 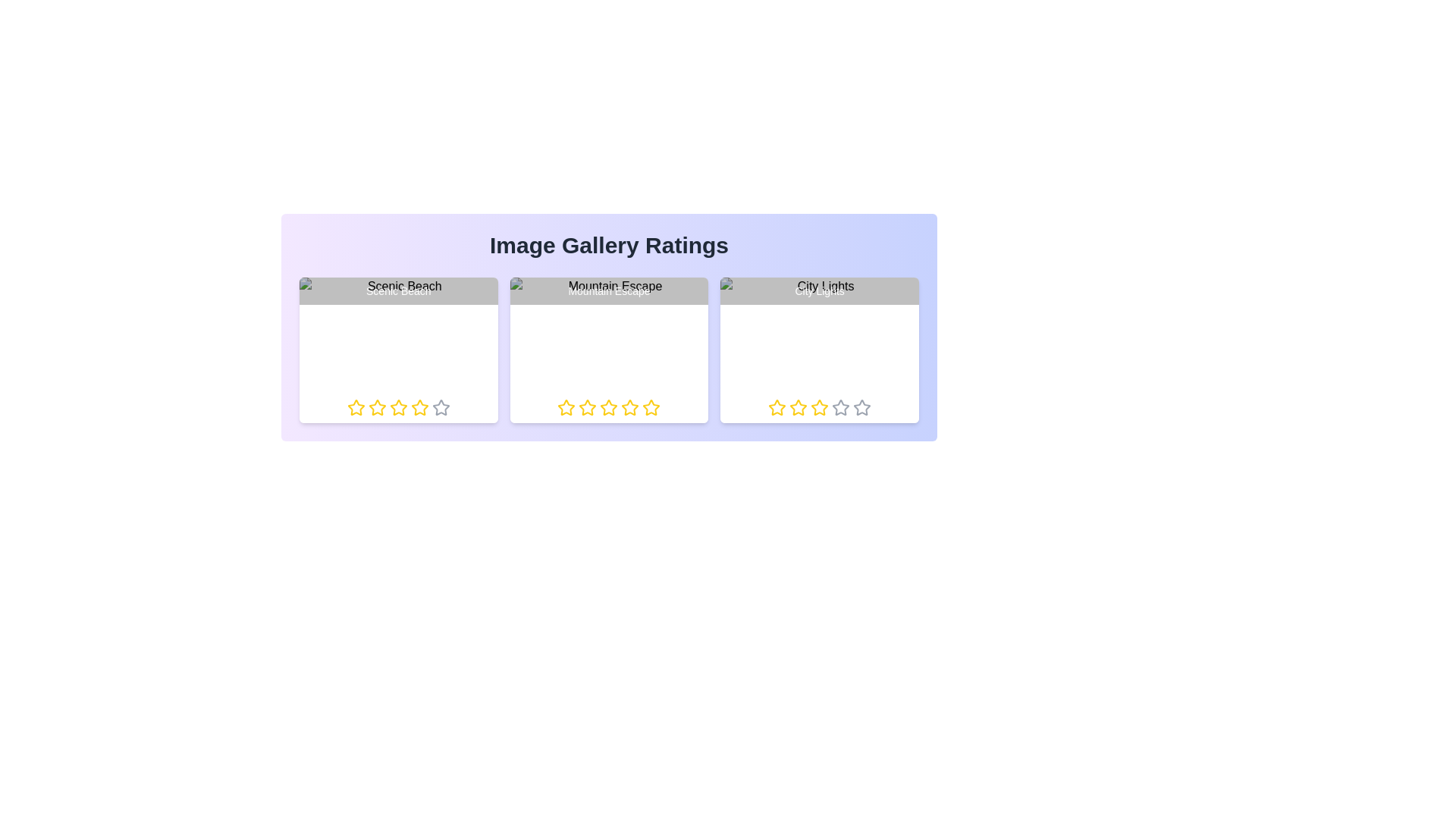 I want to click on the rating for the image titled 'City Lights' to 3 stars, so click(x=810, y=406).